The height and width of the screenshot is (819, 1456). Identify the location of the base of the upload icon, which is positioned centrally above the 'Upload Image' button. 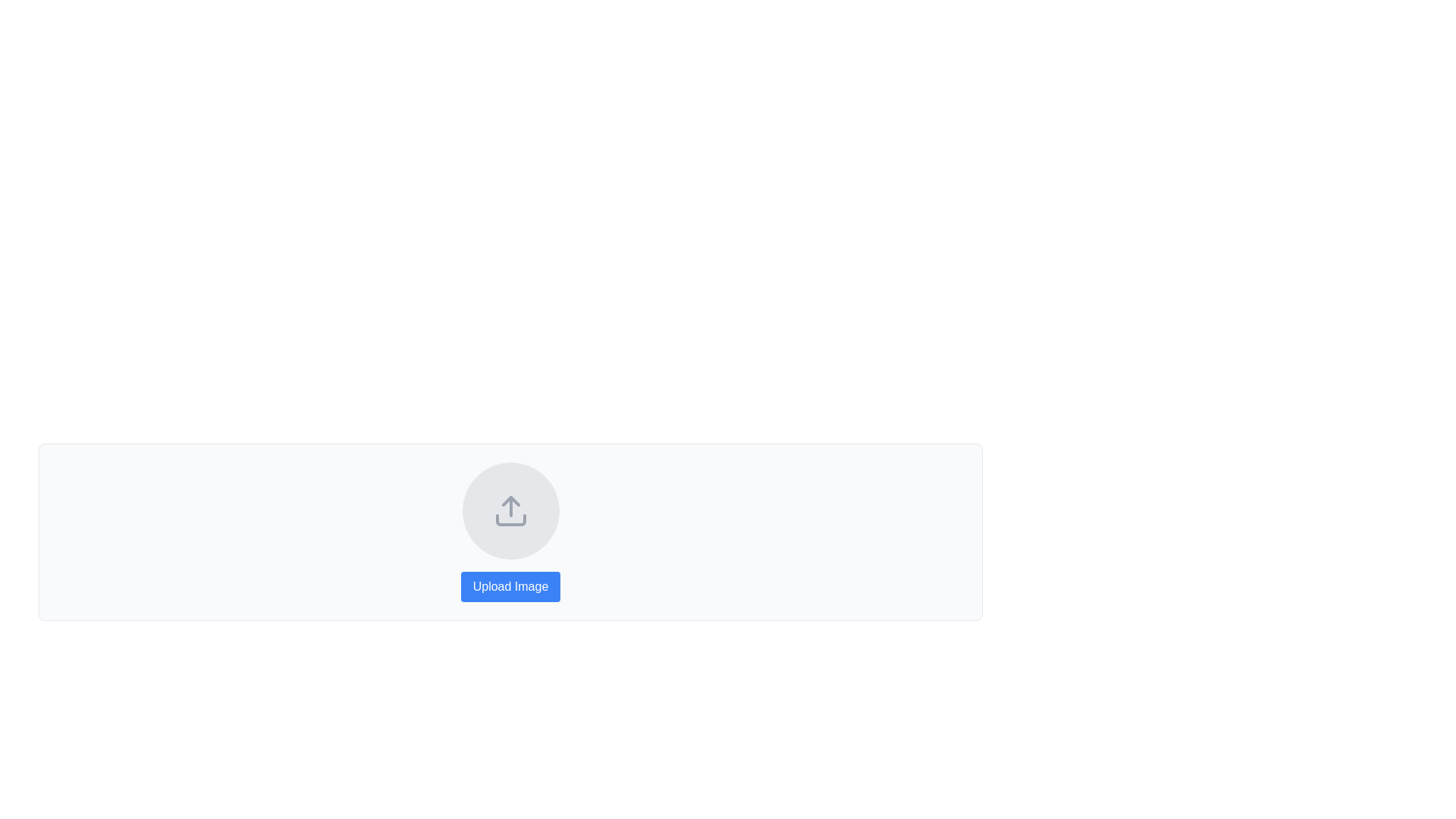
(510, 519).